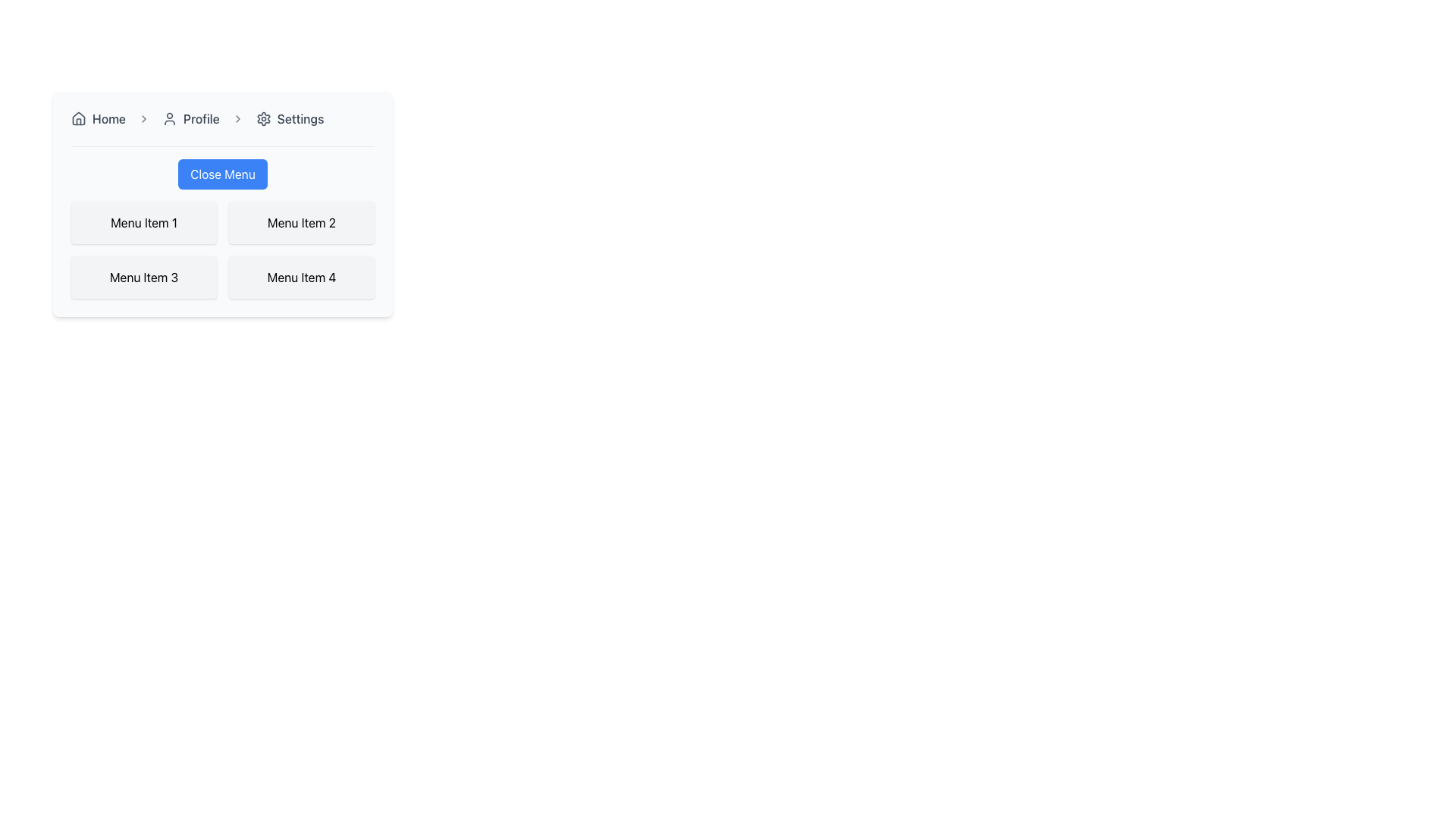 The width and height of the screenshot is (1456, 819). What do you see at coordinates (263, 118) in the screenshot?
I see `the settings icon located near the upper right corner of the navigation bar, following the Profile and Settings labels` at bounding box center [263, 118].